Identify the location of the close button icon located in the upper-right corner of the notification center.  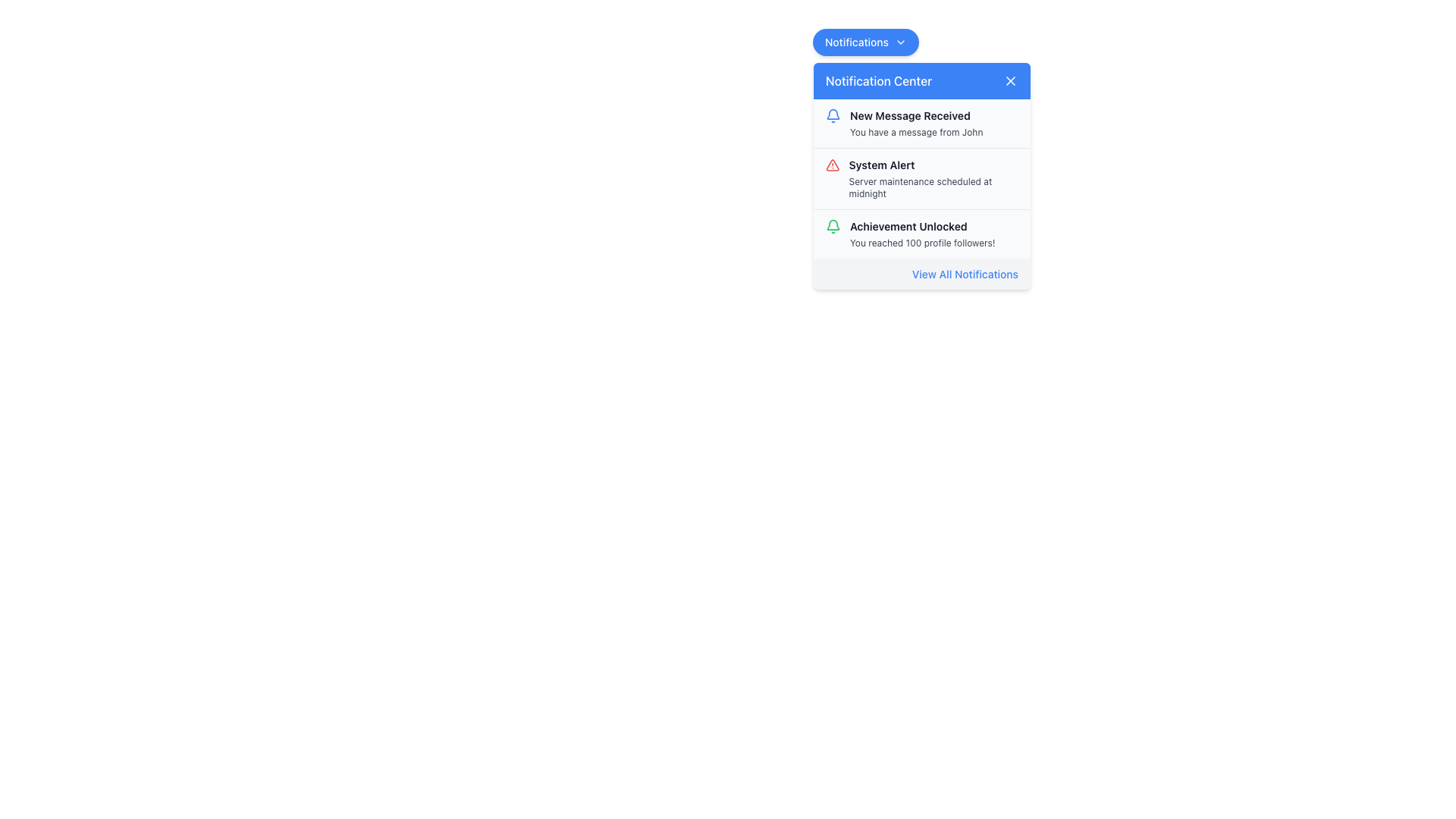
(1011, 81).